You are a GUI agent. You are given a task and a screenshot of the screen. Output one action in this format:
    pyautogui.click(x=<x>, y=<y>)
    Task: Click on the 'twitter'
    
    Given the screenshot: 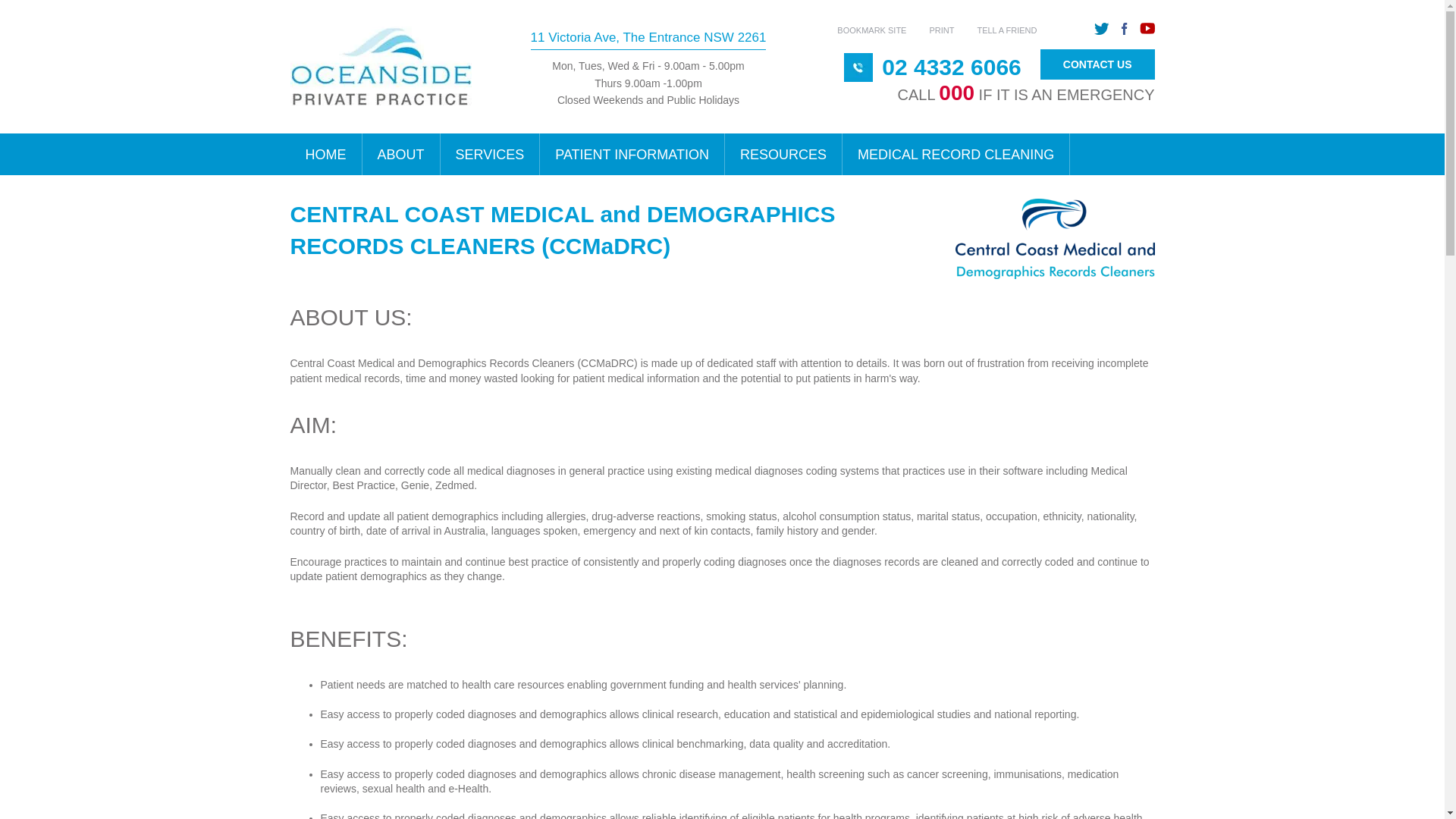 What is the action you would take?
    pyautogui.click(x=1101, y=29)
    